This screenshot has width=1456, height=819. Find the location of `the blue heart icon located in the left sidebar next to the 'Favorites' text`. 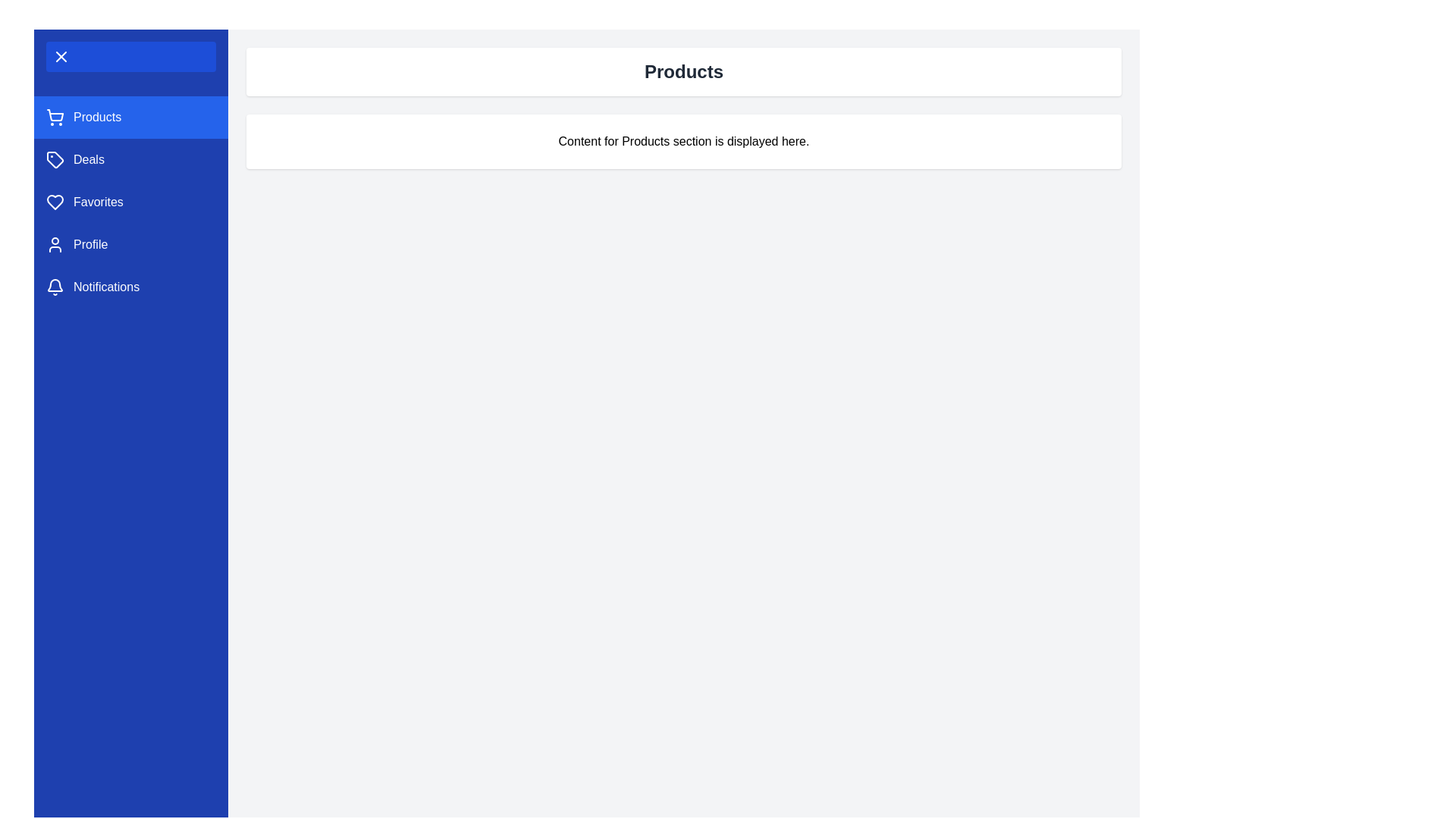

the blue heart icon located in the left sidebar next to the 'Favorites' text is located at coordinates (55, 201).